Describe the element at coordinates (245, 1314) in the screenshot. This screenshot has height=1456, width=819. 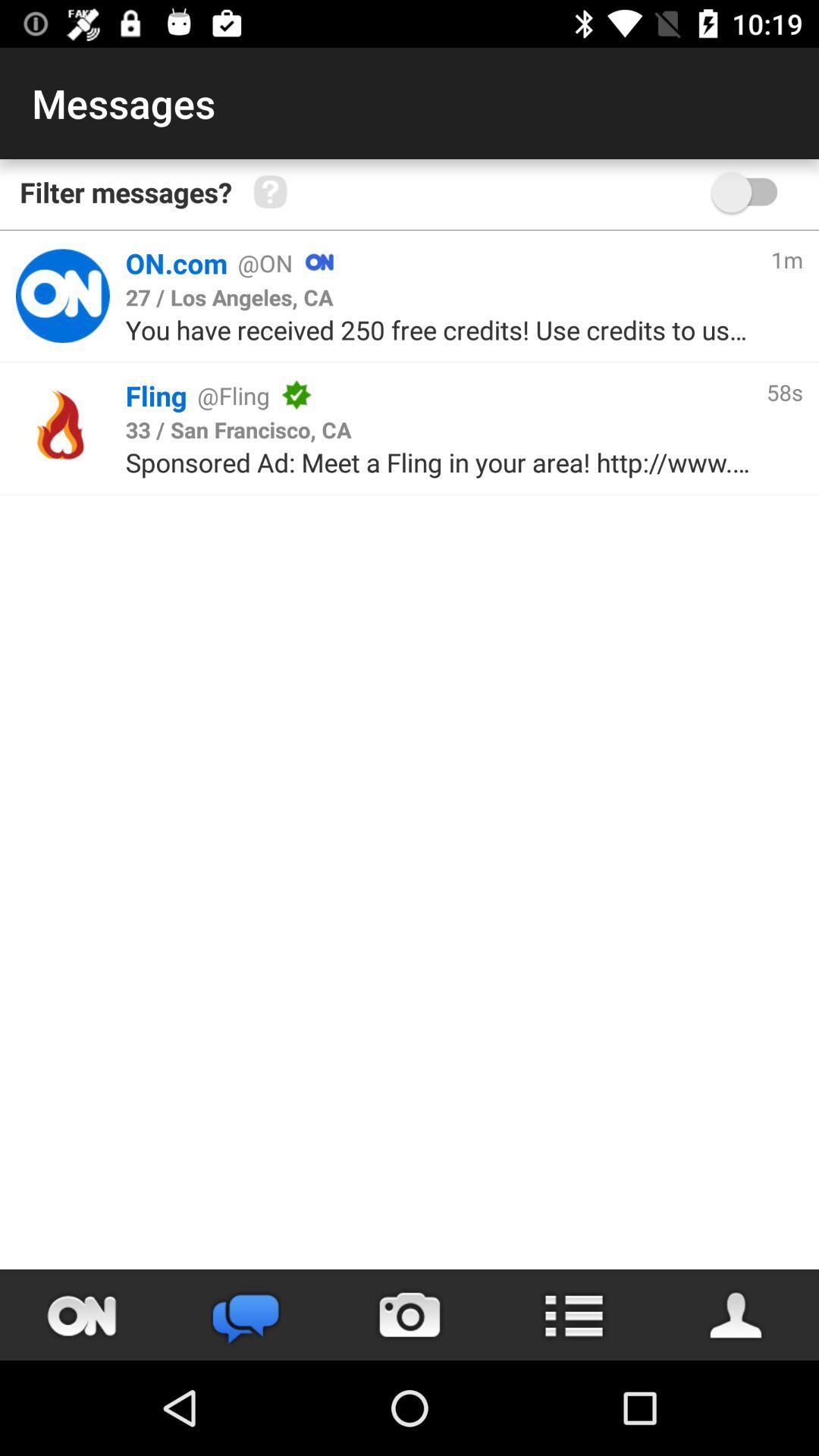
I see `the chat icon` at that location.